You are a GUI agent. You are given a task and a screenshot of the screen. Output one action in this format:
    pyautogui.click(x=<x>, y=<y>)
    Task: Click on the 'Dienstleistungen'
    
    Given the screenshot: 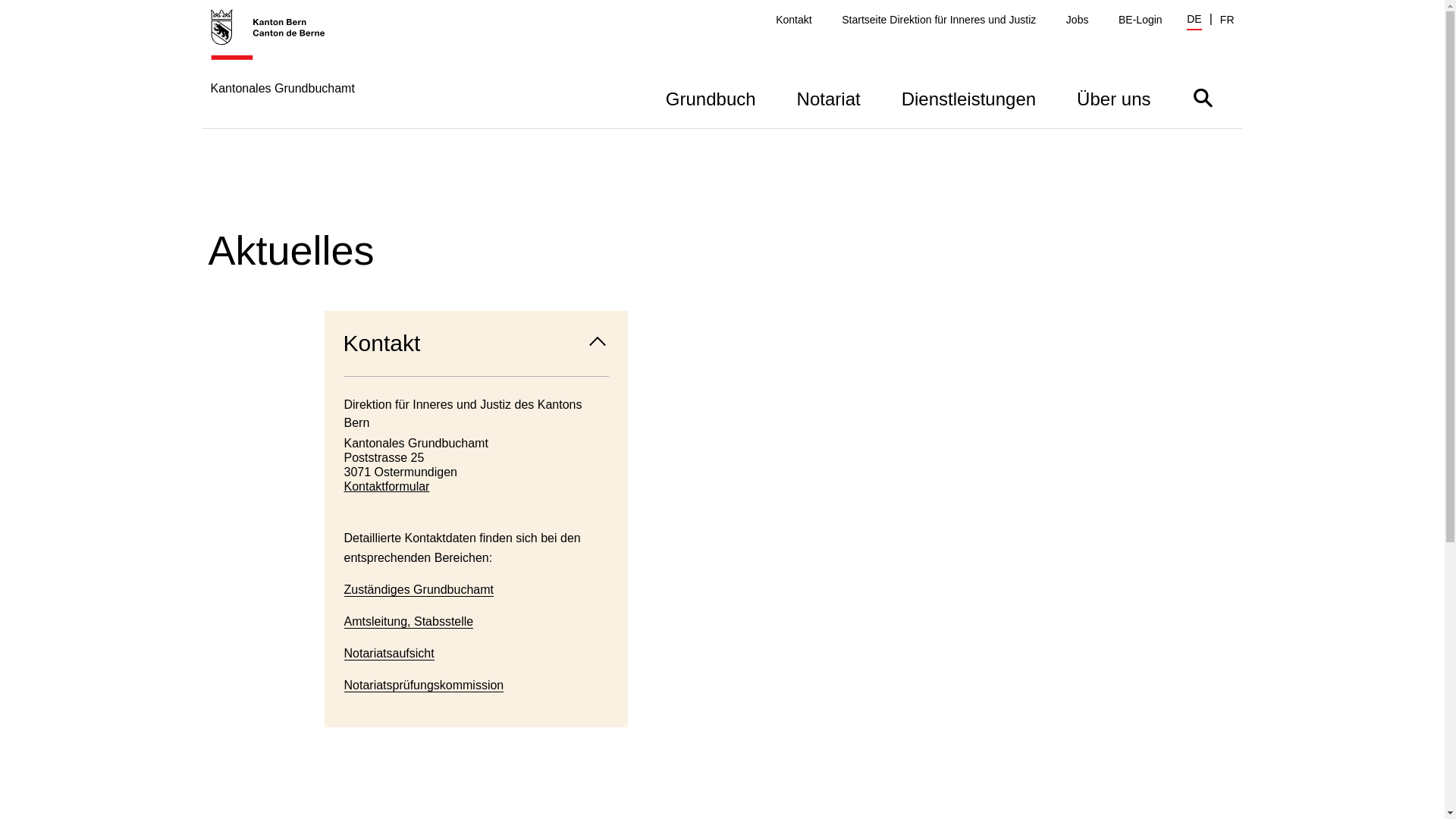 What is the action you would take?
    pyautogui.click(x=880, y=97)
    